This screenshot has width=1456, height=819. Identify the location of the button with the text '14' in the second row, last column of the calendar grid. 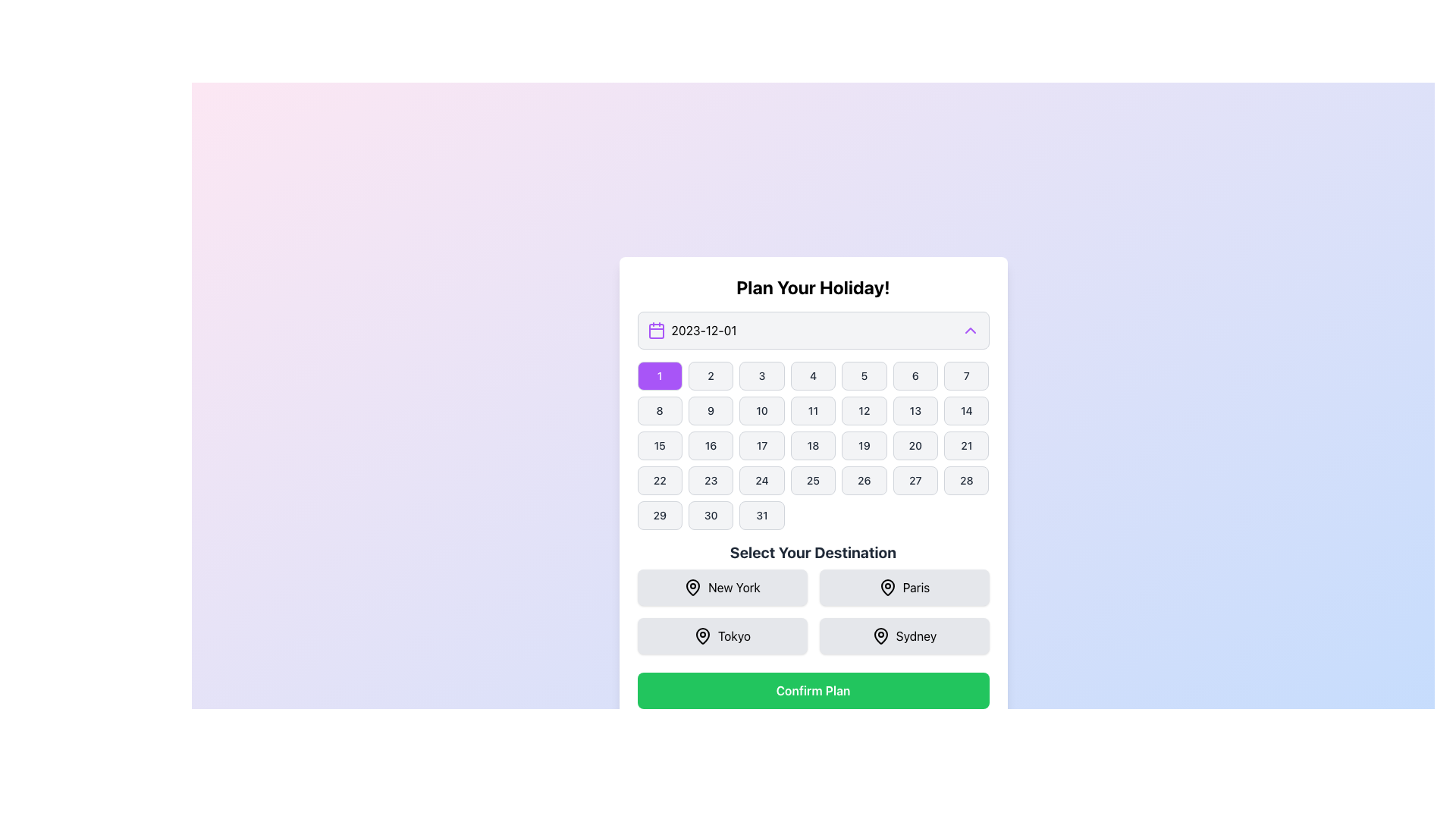
(965, 411).